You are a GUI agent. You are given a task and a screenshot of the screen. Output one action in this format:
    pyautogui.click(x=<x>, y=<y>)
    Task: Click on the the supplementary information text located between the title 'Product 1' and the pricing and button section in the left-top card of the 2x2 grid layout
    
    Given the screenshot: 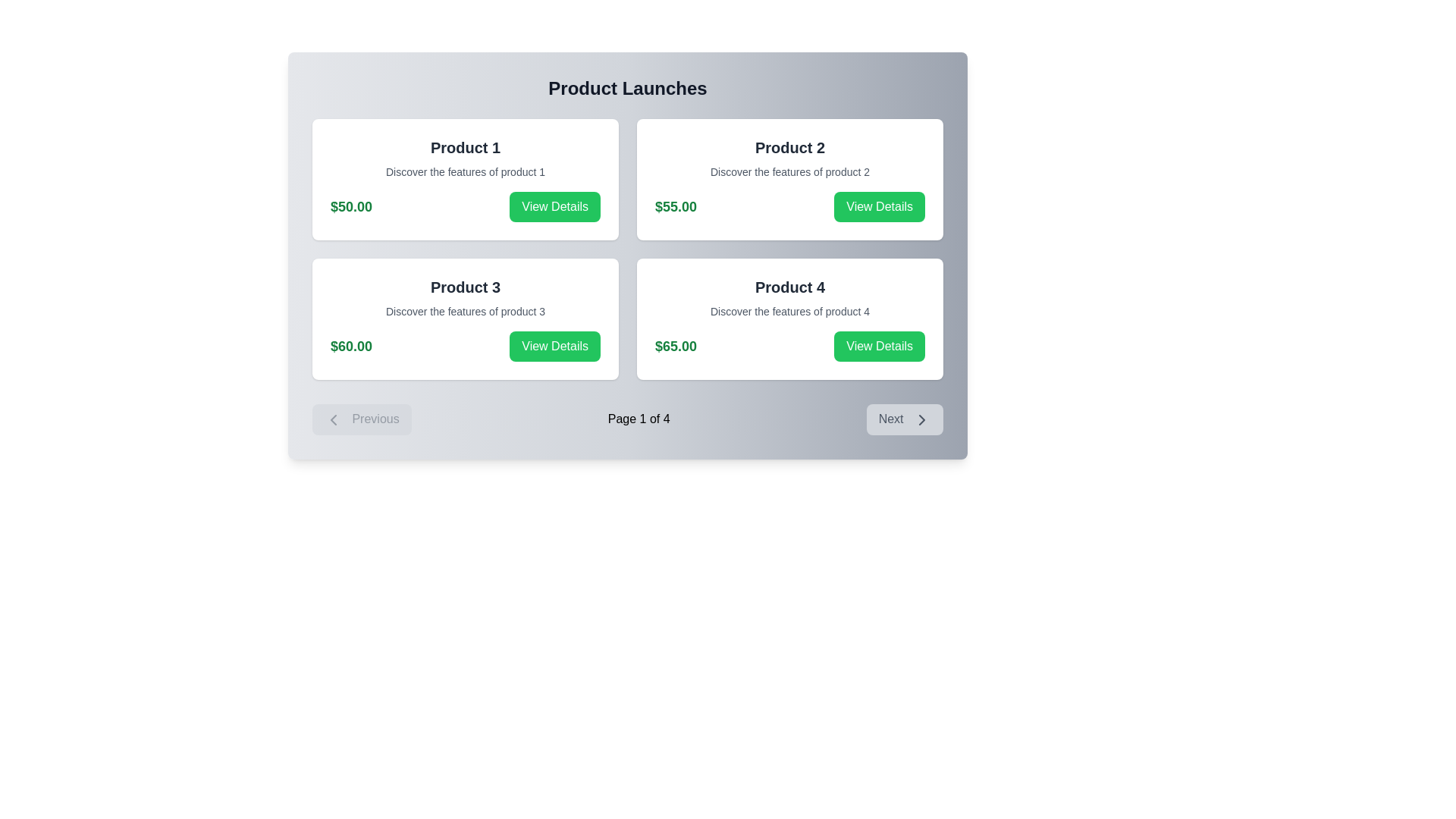 What is the action you would take?
    pyautogui.click(x=465, y=171)
    